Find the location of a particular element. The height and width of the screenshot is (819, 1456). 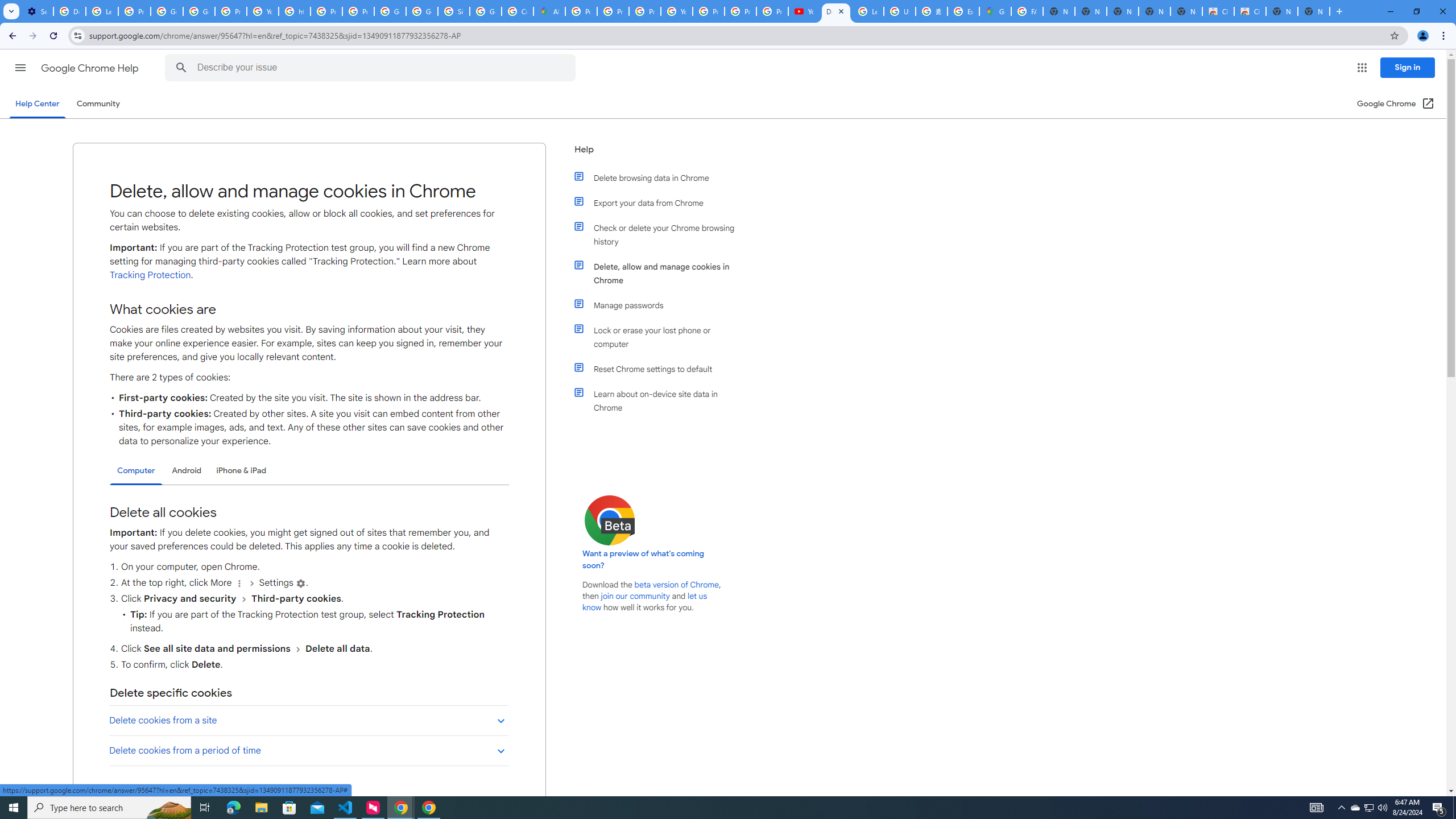

'Create your Google Account' is located at coordinates (517, 11).